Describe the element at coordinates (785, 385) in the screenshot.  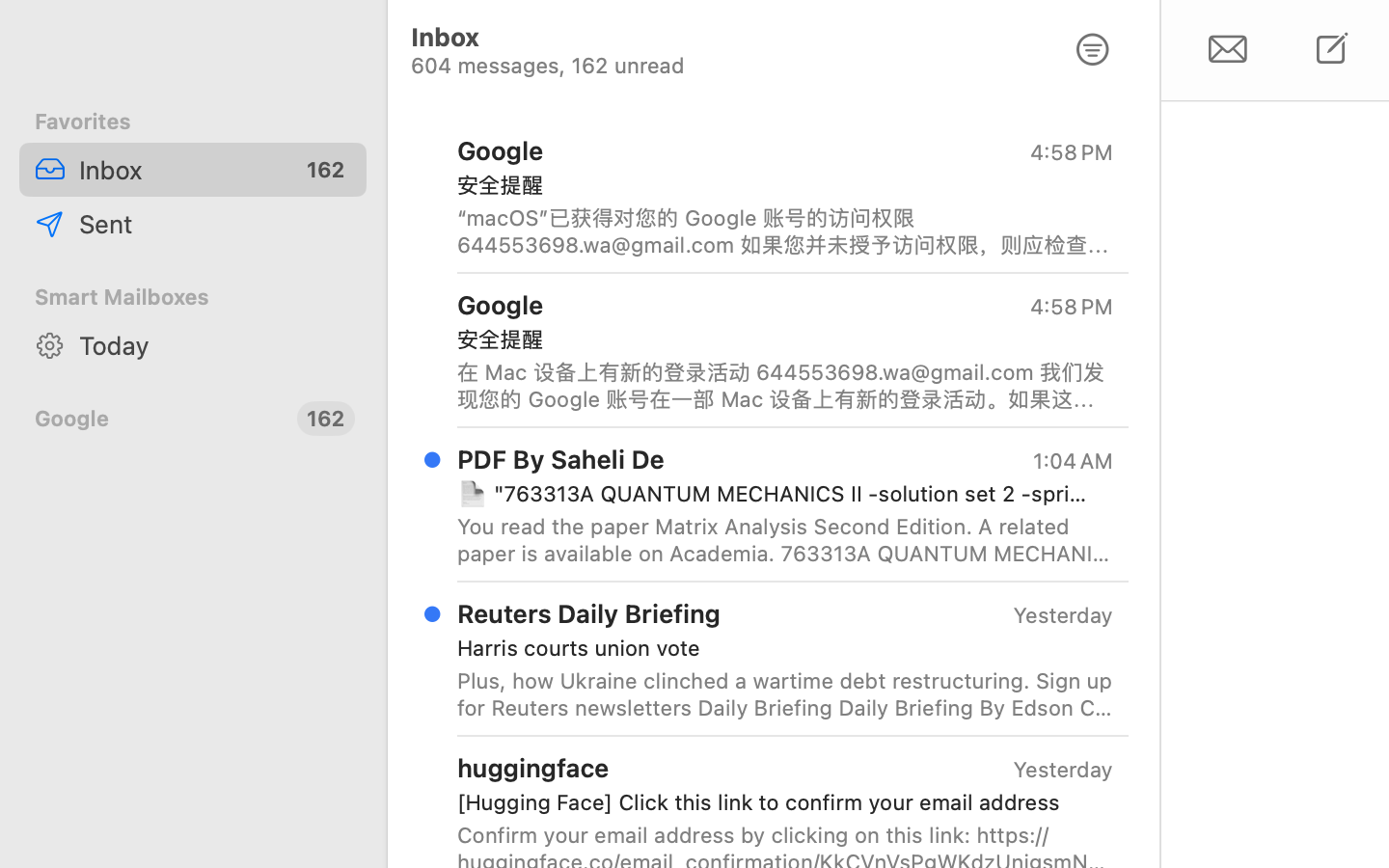
I see `'在 Mac 设备上有新的登录活动 644553698.wa@gmail.com 我们发现您的 Google 账号在一部 Mac 设备上有新的登录活动。如果这是您本人的操作，那么您无需采取任何行动。如果这不是您本人的操作，我们会帮助您保护您的账号。 查看活动 您也可以访问以下网址查看安全性活动： https://myaccount.google.com/notifications 我们向您发送这封电子邮件，目的是让您了解关于您的 Google 账号和服务的重大变化。 © 2024 Google LLC, 1600 Amphitheatre Parkway, Mountain View, CA 94043, USA'` at that location.